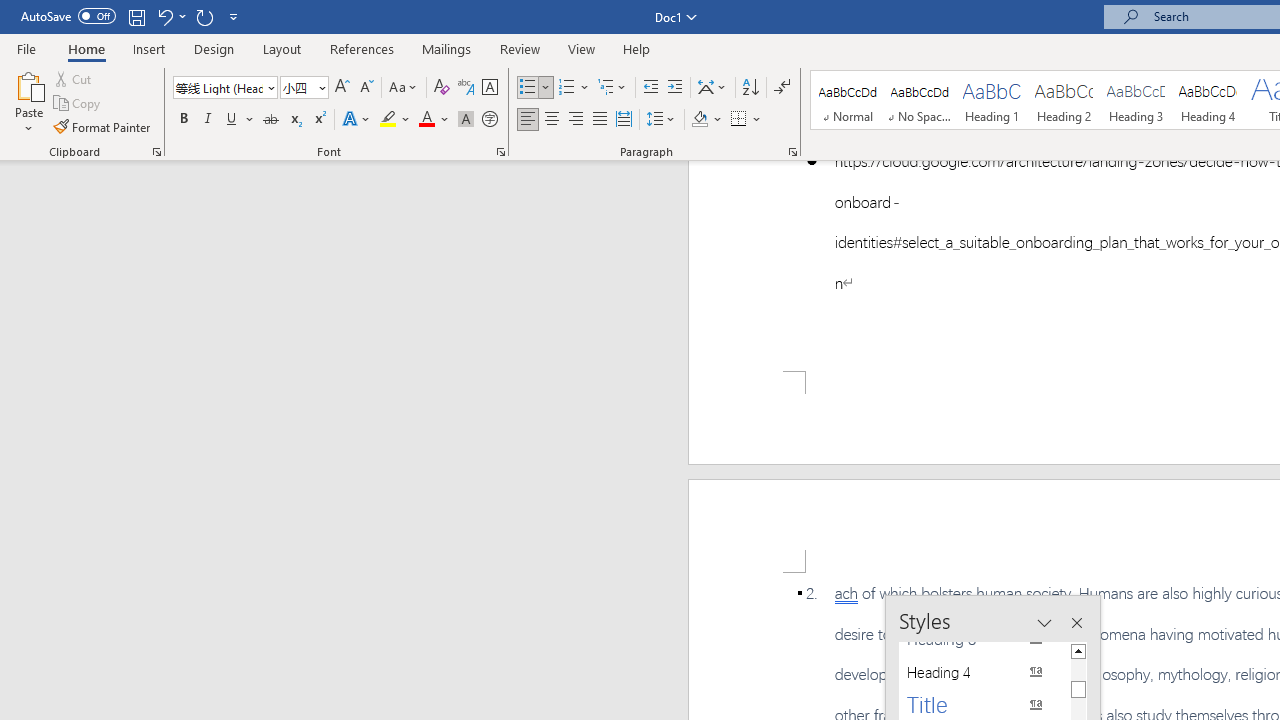 The image size is (1280, 720). Describe the element at coordinates (712, 86) in the screenshot. I see `'Asian Layout'` at that location.